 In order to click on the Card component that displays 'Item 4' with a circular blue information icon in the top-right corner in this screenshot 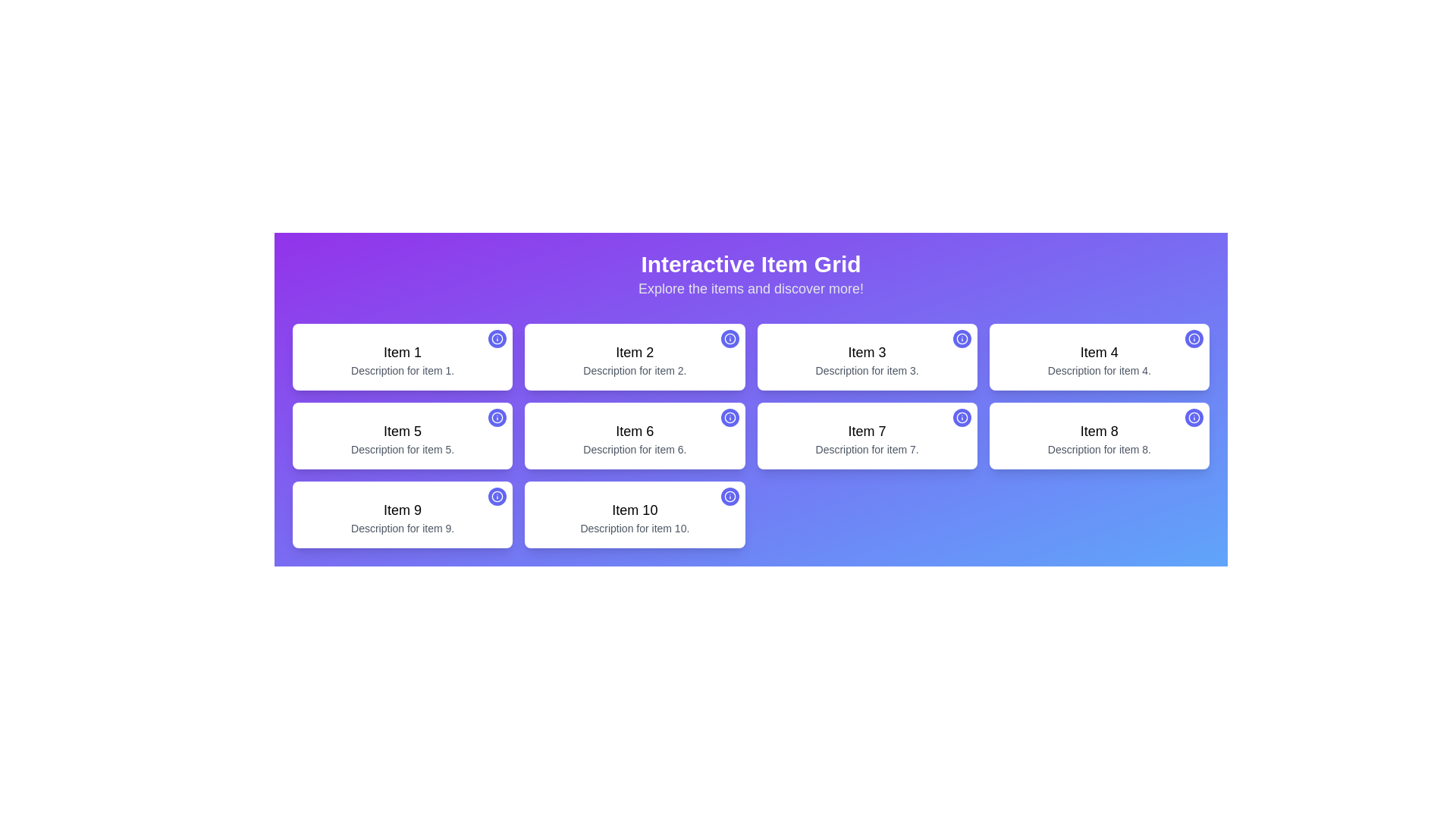, I will do `click(1099, 356)`.